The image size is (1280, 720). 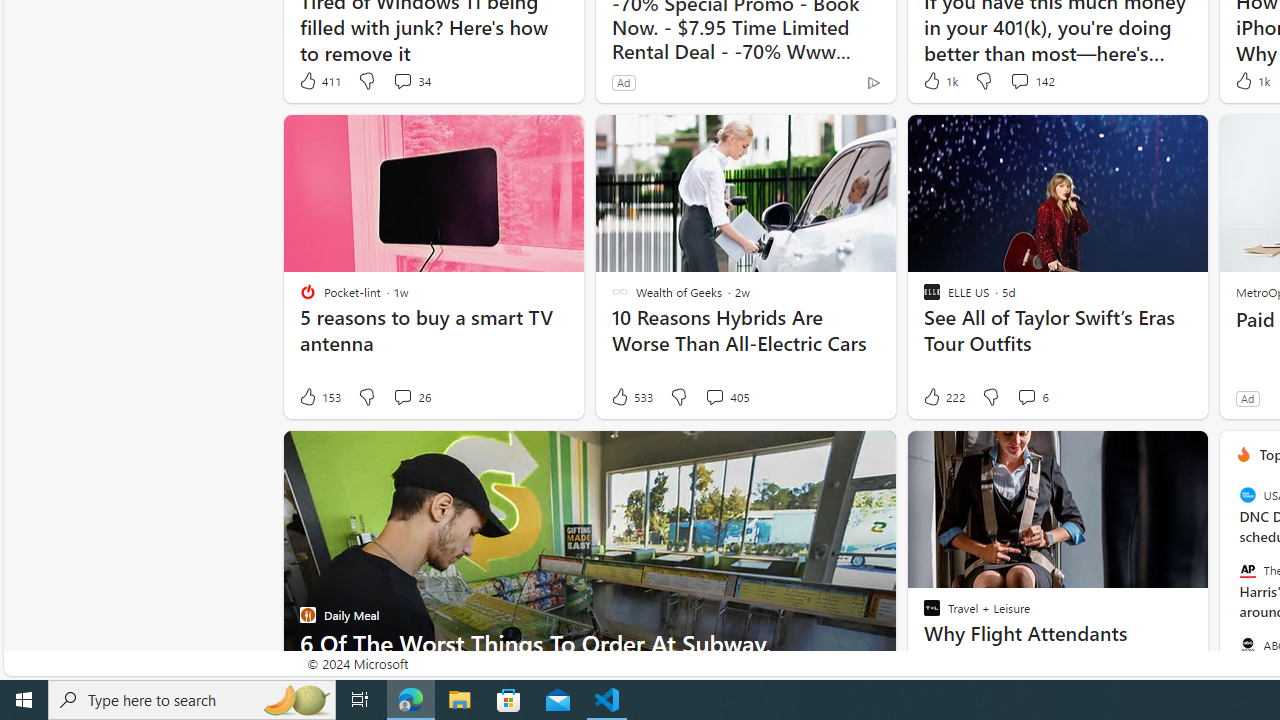 I want to click on '222 Like', so click(x=941, y=397).